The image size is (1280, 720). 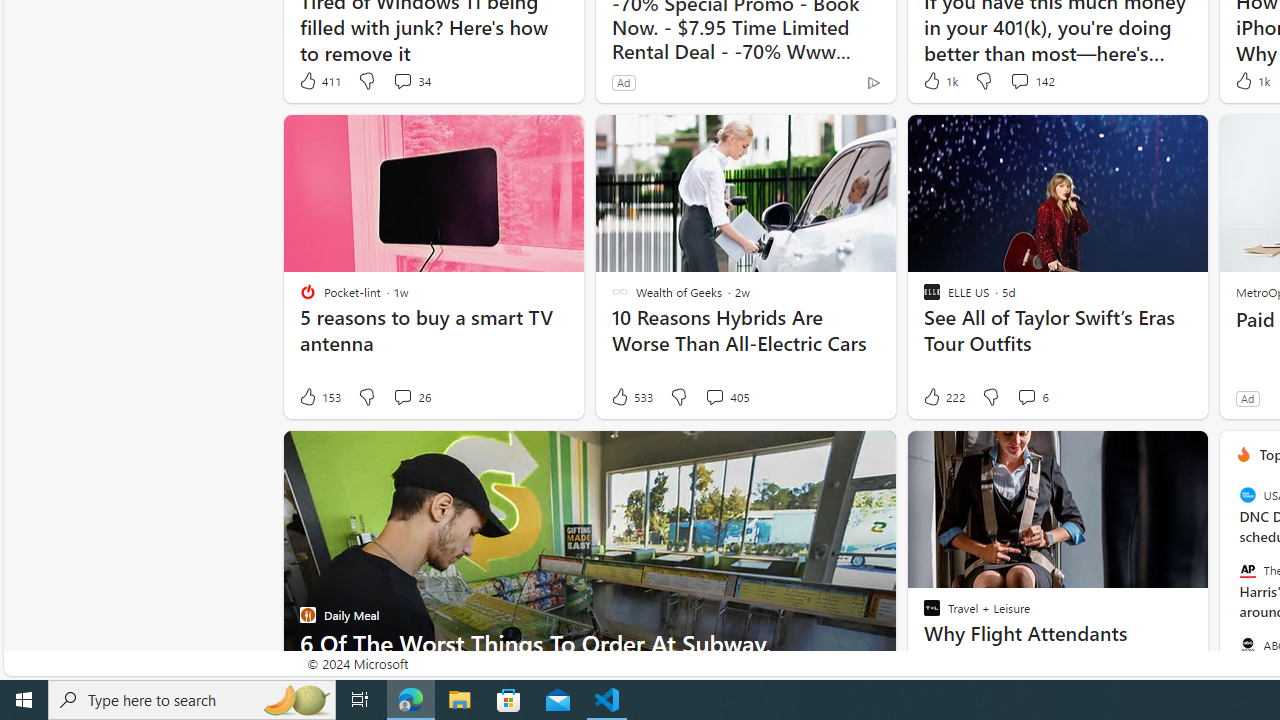 I want to click on '222 Like', so click(x=941, y=397).